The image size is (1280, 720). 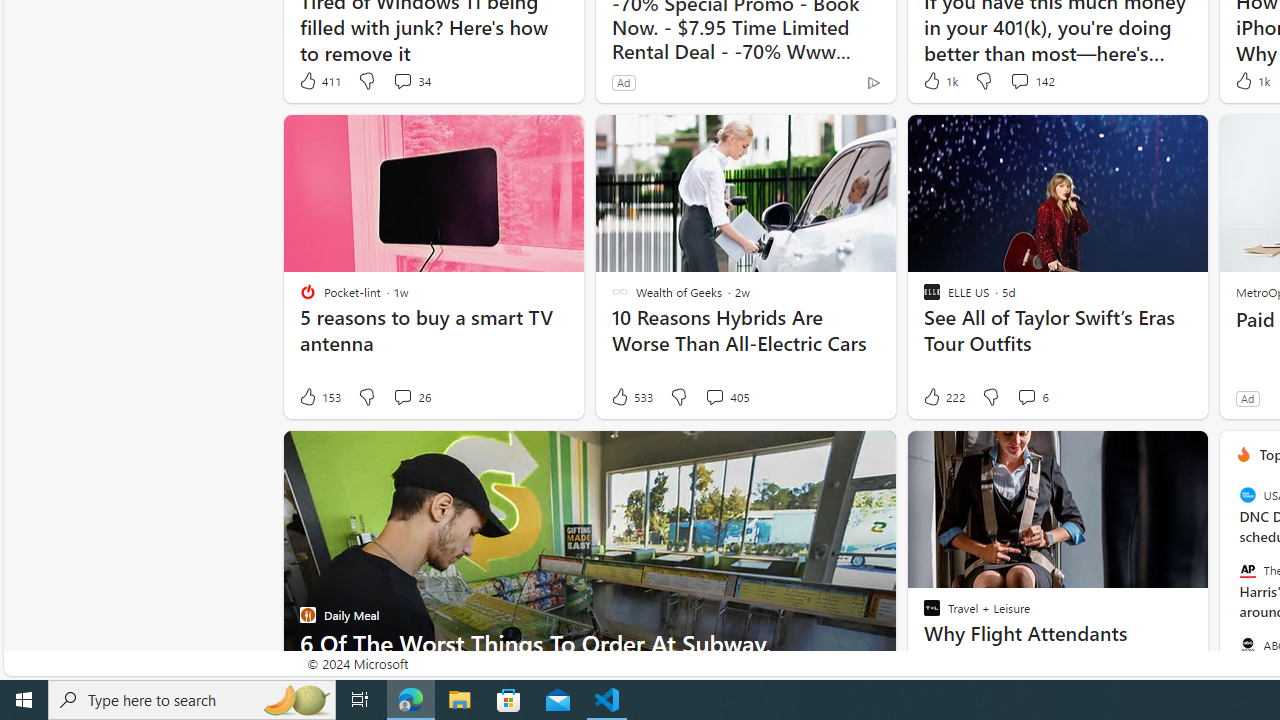 I want to click on '222 Like', so click(x=941, y=397).